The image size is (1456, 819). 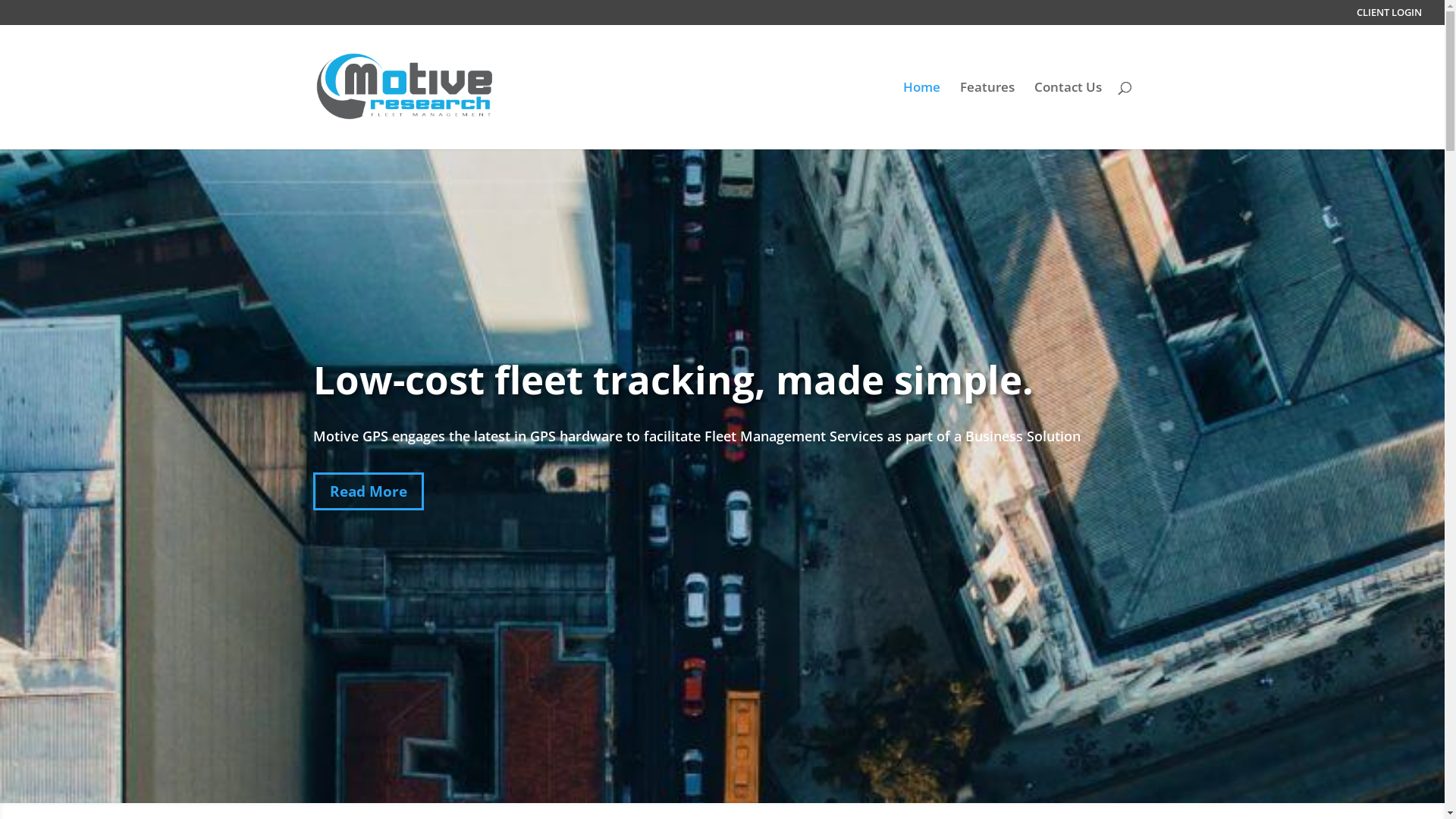 What do you see at coordinates (1389, 16) in the screenshot?
I see `'CLIENT LOGIN'` at bounding box center [1389, 16].